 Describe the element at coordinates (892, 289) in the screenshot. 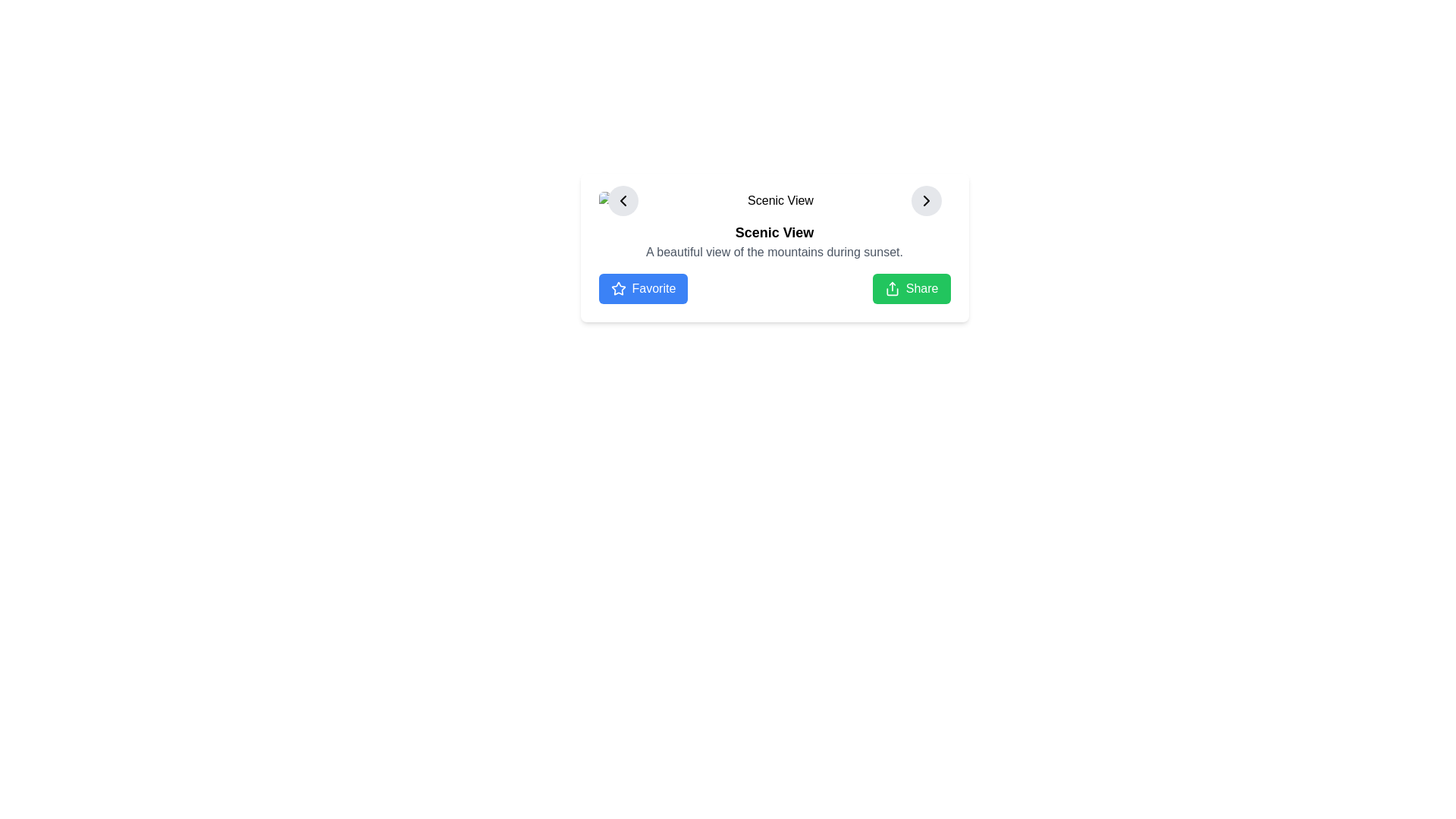

I see `the small squared 'Share' icon with a green background and white share symbol located within the 'Share' button on the right side of the interface` at that location.